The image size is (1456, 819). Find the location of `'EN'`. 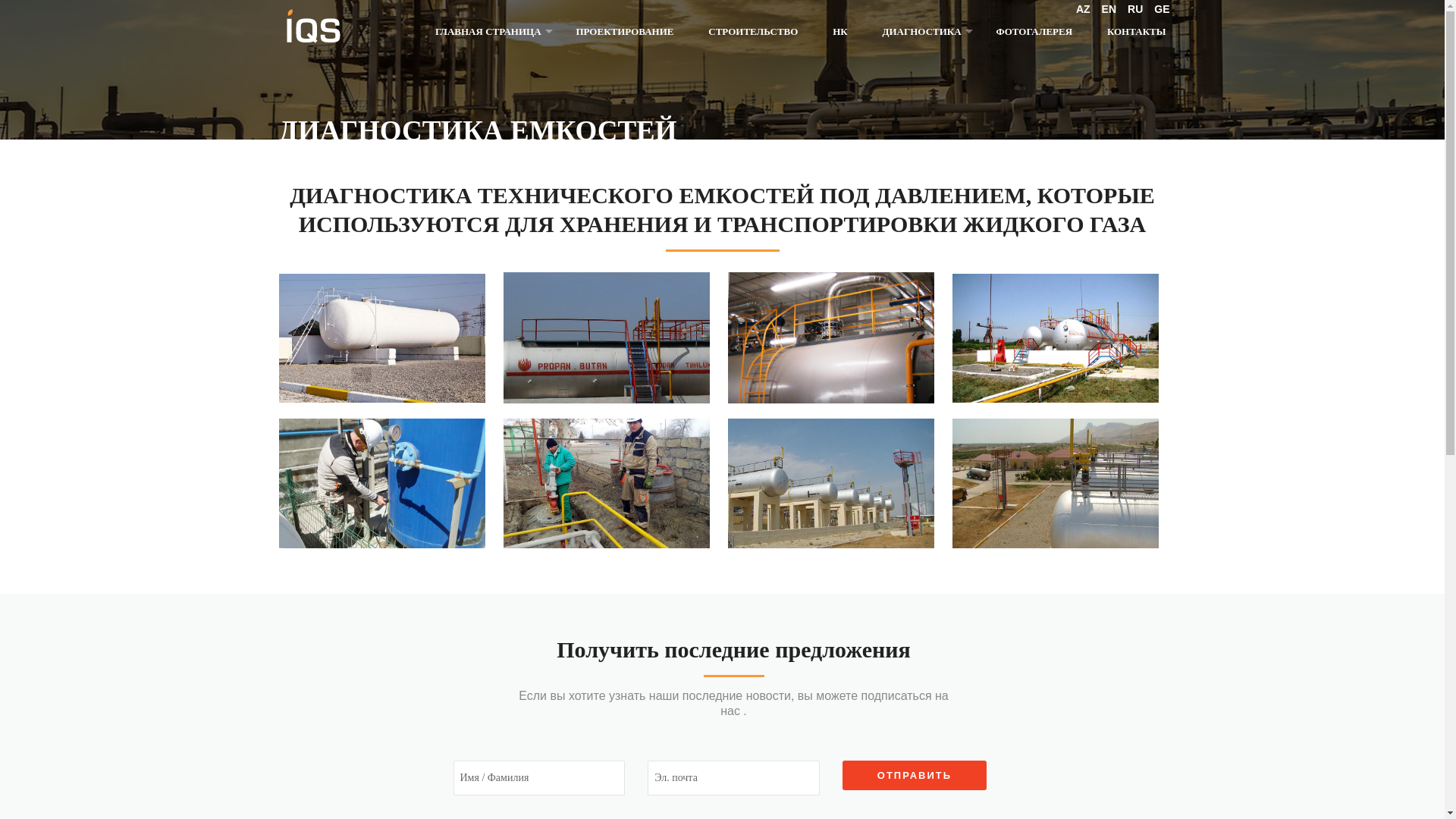

'EN' is located at coordinates (1109, 8).